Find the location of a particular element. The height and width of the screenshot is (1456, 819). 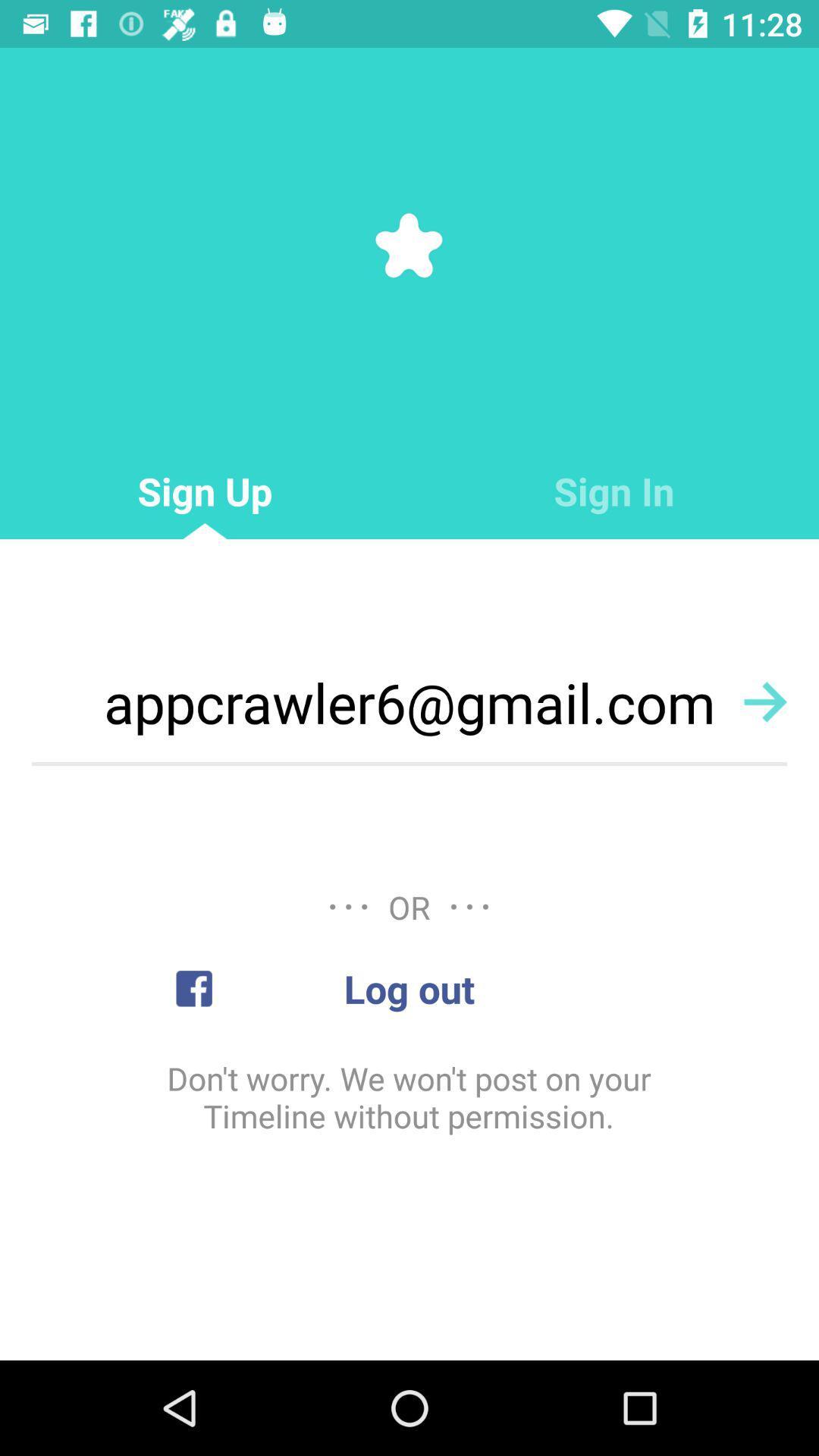

the appcrawler6@gmail.com icon is located at coordinates (409, 701).